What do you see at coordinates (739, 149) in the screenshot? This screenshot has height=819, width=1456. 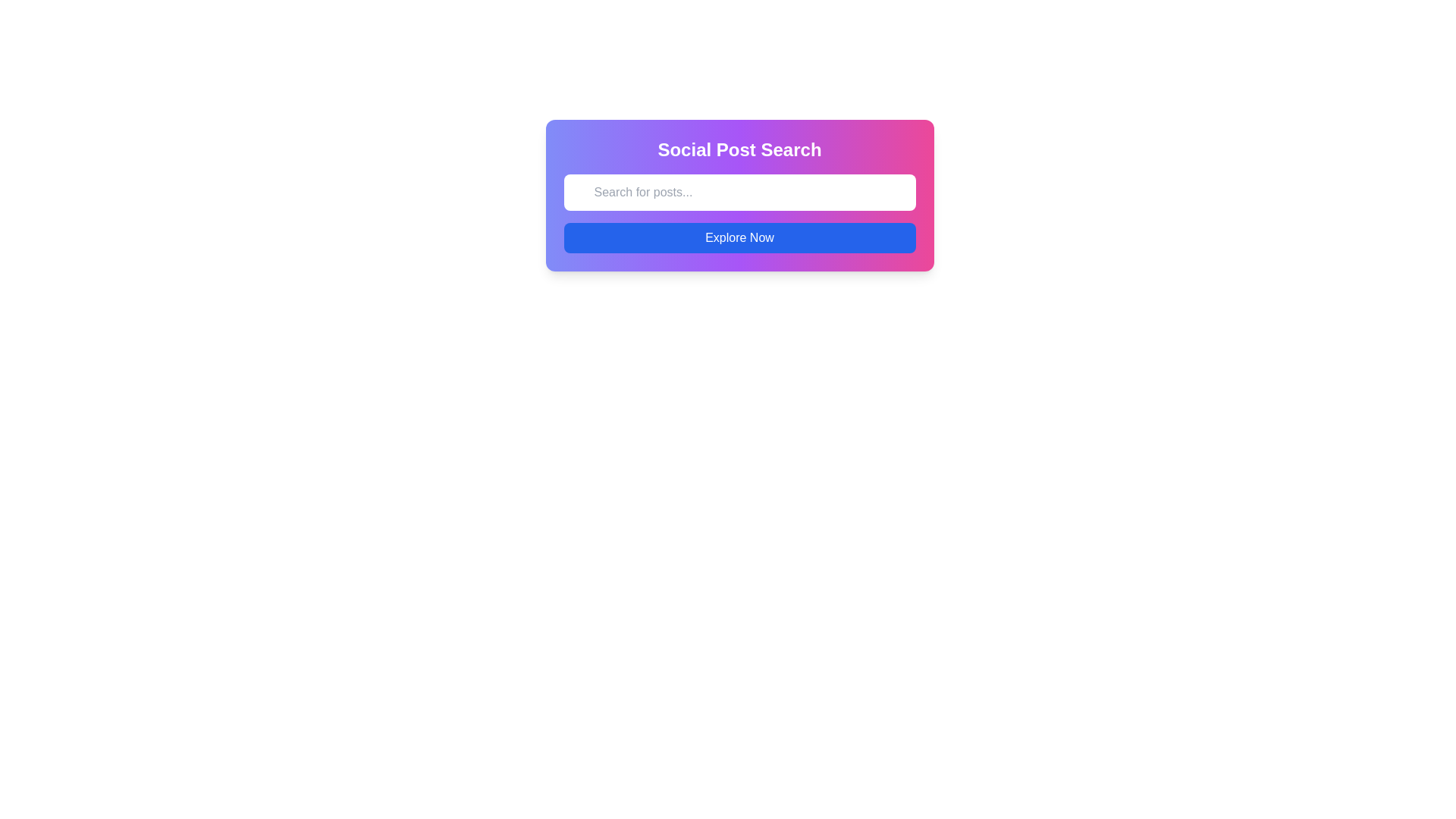 I see `the text heading element displaying 'Social Post Search' in bold white font on a gradient background` at bounding box center [739, 149].